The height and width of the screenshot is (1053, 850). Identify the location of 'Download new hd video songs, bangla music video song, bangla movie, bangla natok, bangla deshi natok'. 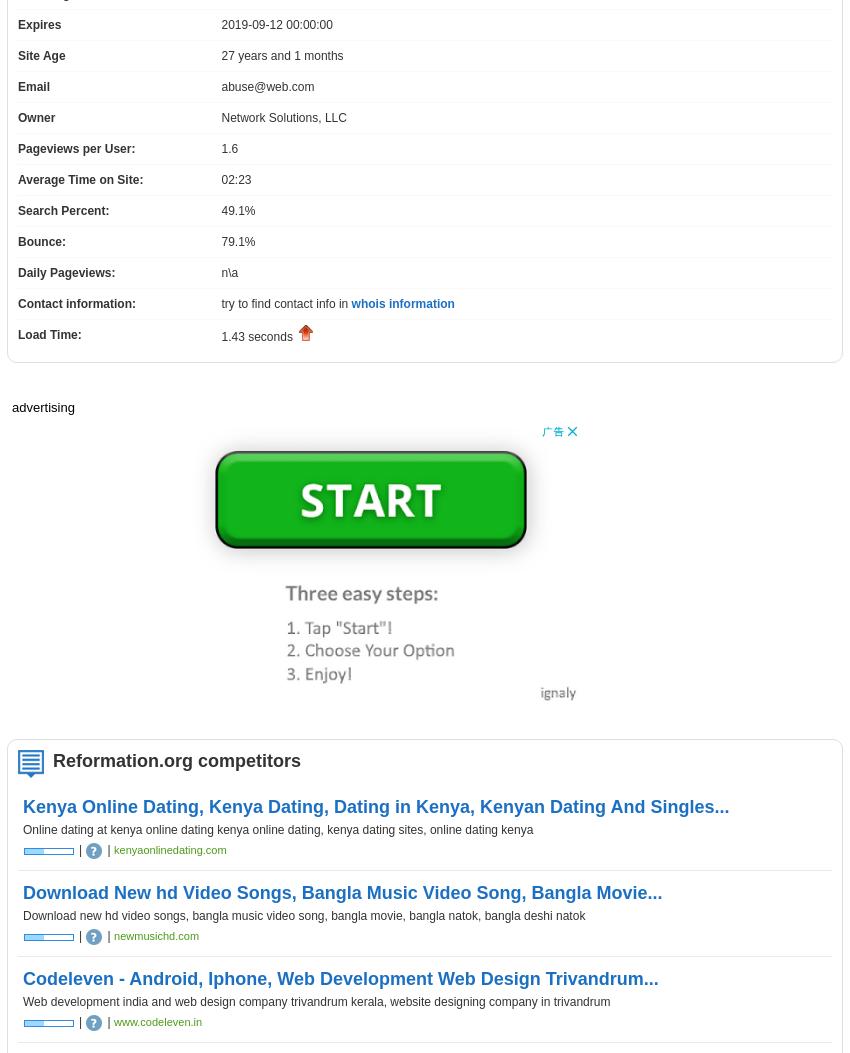
(303, 915).